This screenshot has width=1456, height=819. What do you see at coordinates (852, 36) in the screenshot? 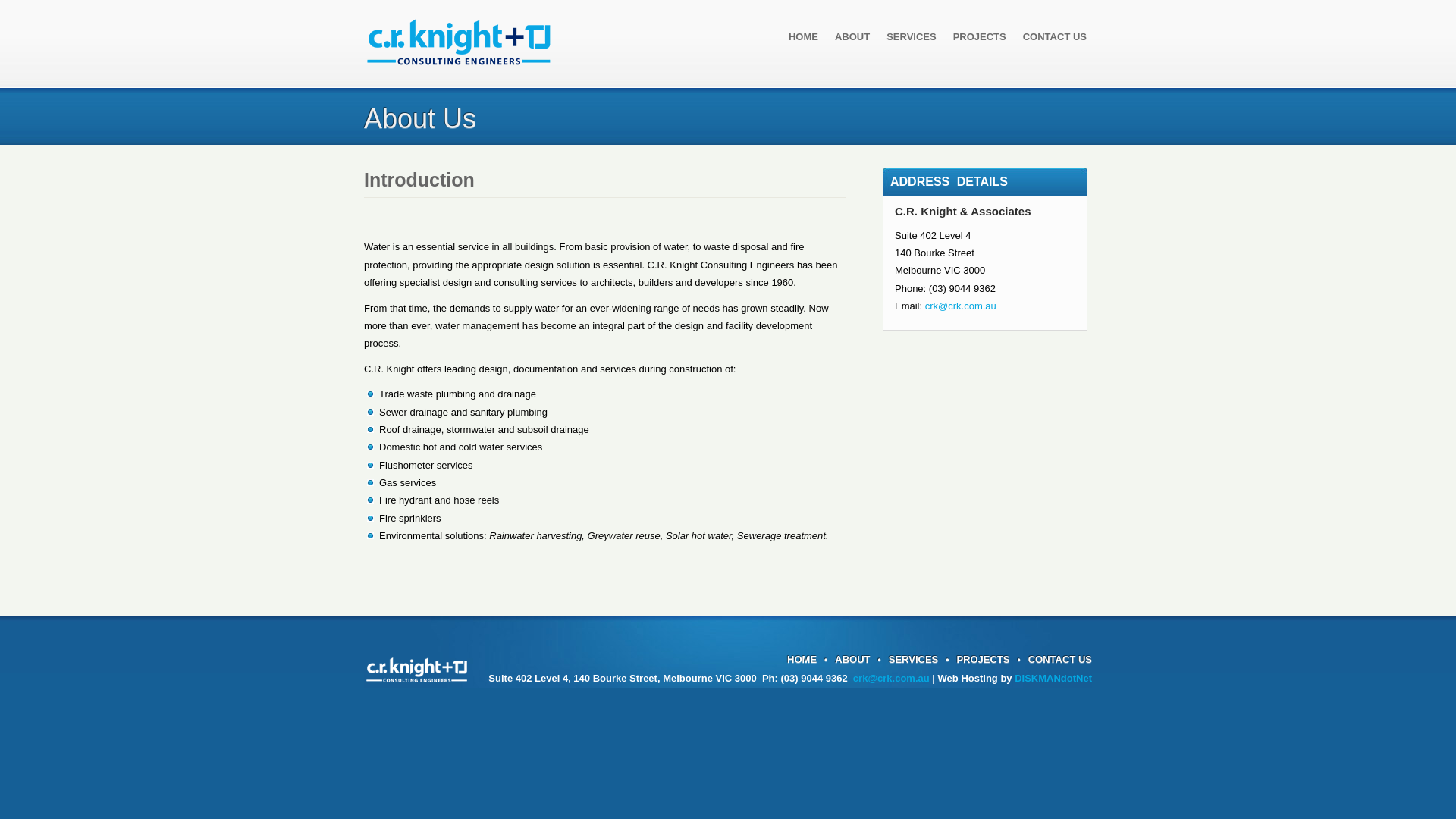
I see `'ABOUT'` at bounding box center [852, 36].